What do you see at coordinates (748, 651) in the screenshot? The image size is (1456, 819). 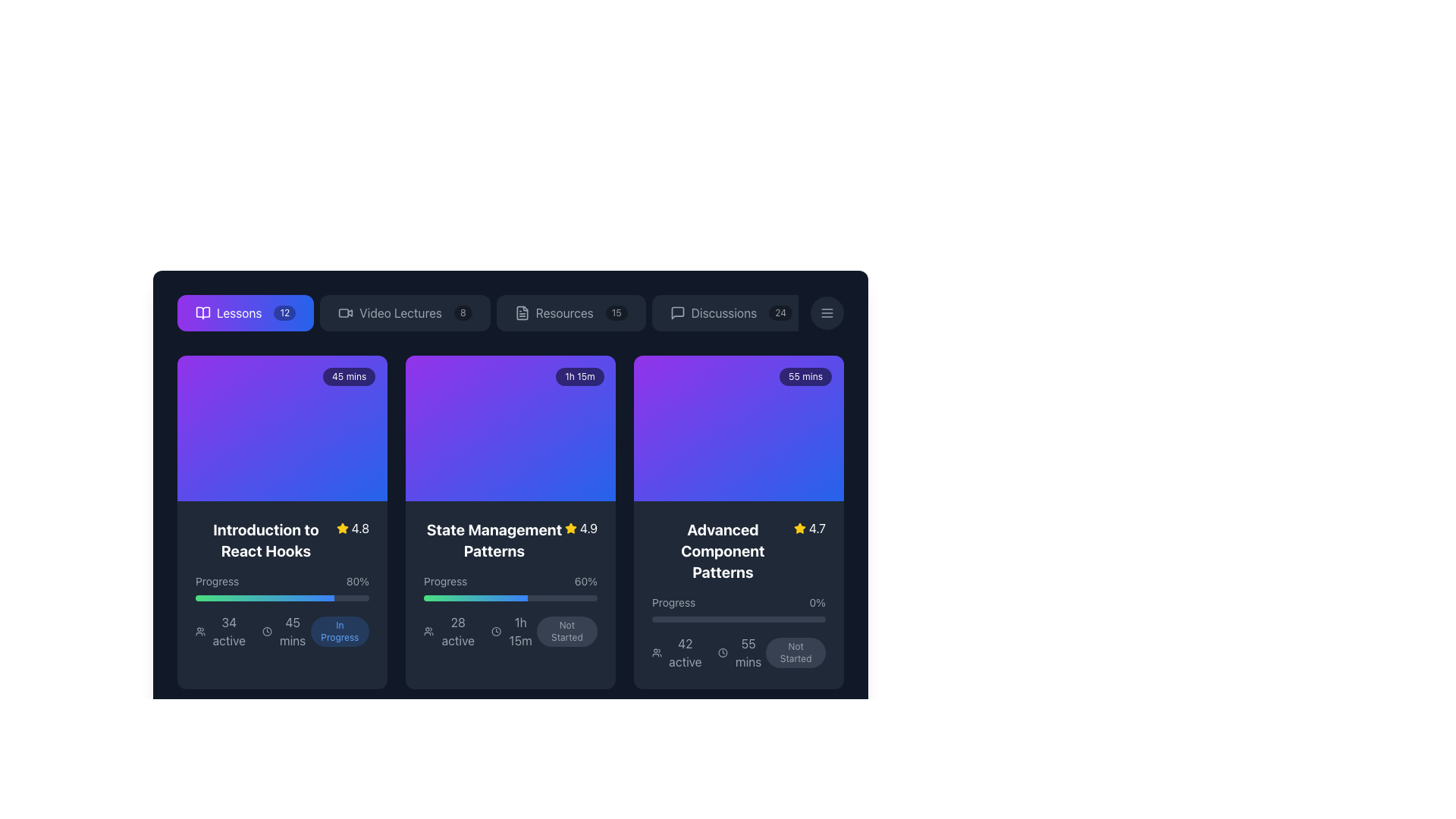 I see `the Text Label displaying '55 mins' in gray color, located in the lower section of the 'Advanced Component Patterns' card, adjacent to '42 active' and 'Not Started'` at bounding box center [748, 651].